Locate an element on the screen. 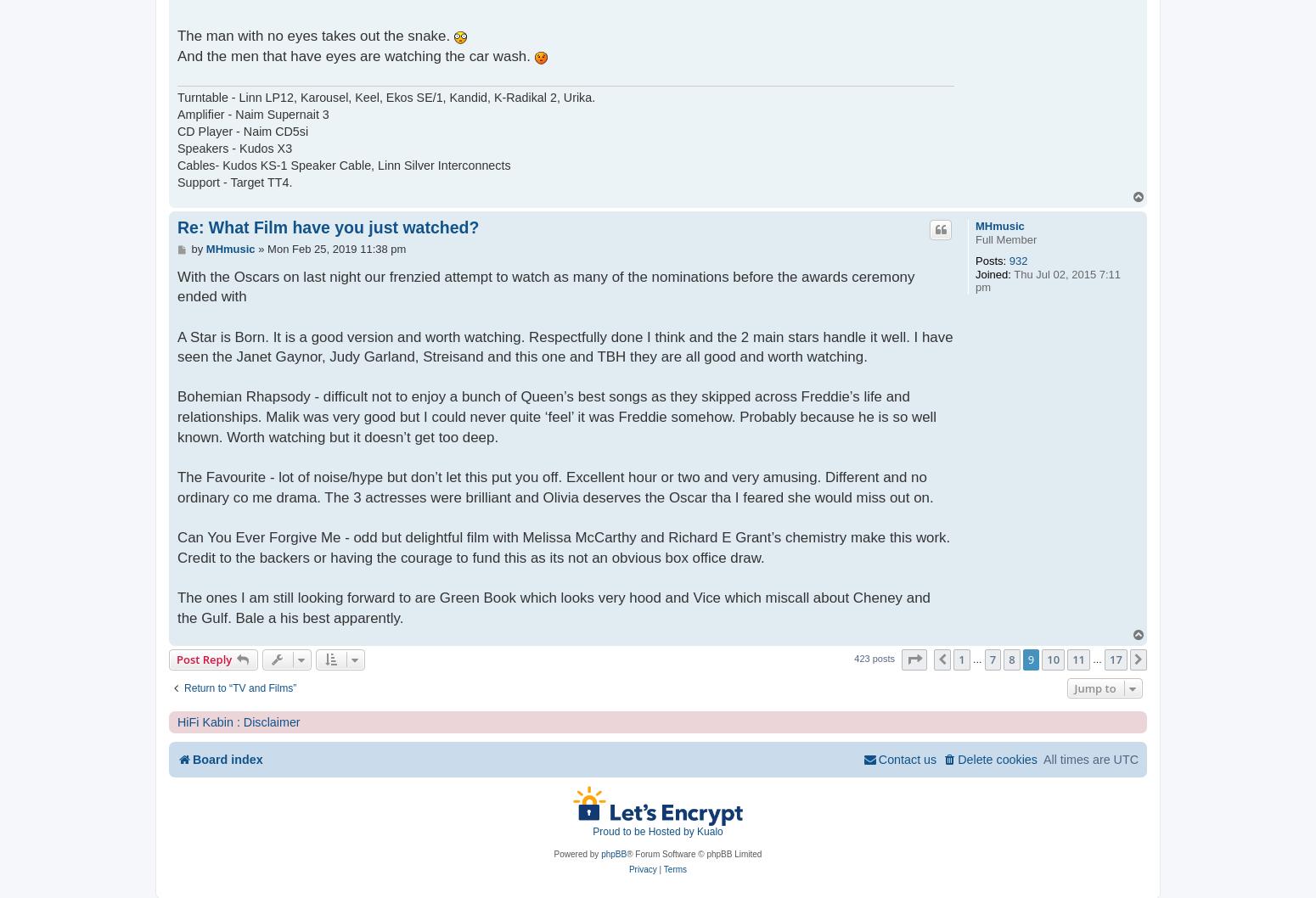 Image resolution: width=1316 pixels, height=898 pixels. 'of' is located at coordinates (965, 659).